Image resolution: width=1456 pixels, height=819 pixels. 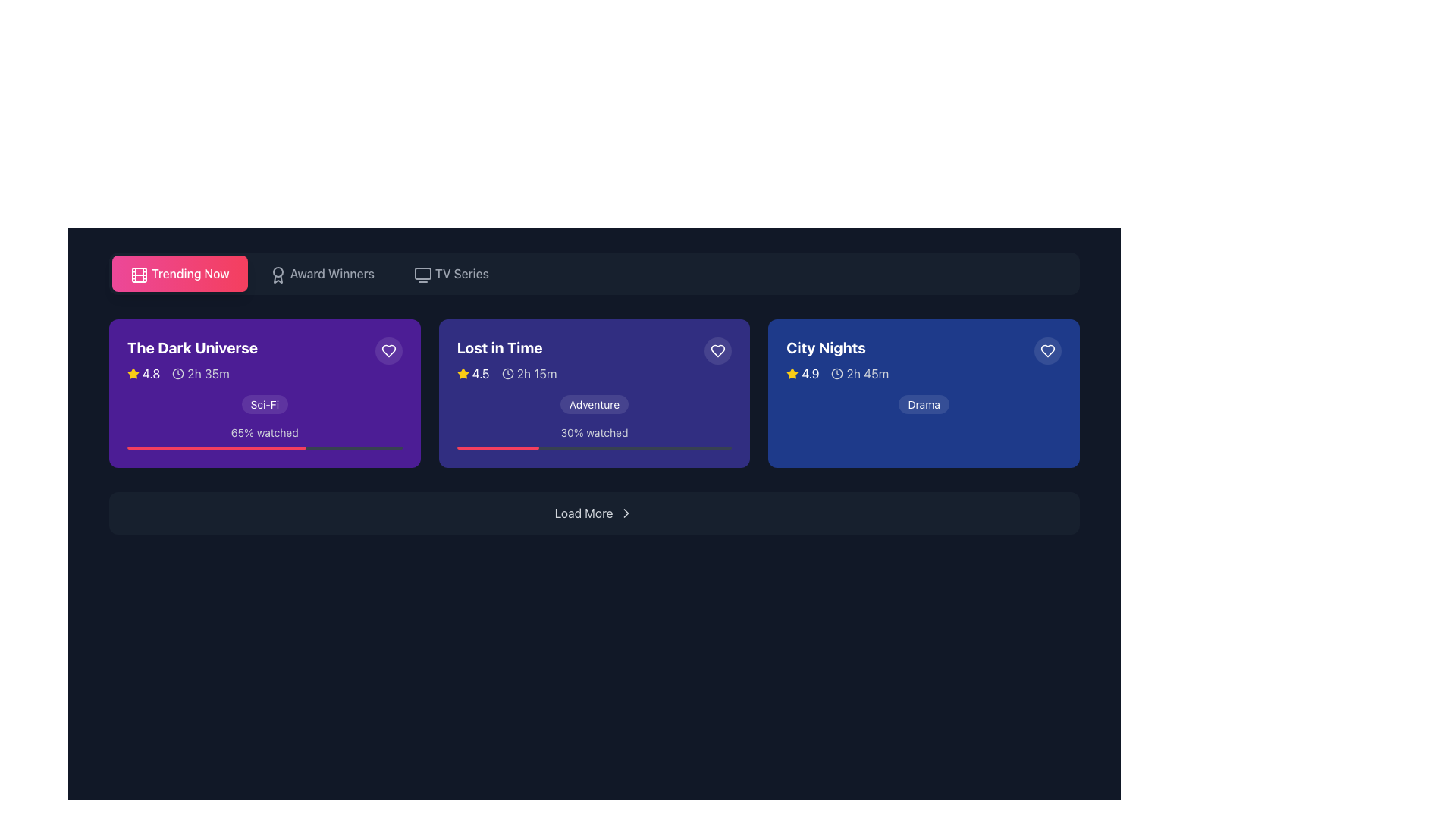 What do you see at coordinates (809, 374) in the screenshot?
I see `the rating text label for the movie 'City Nights', which is located to the right of the yellow star icon and above the duration text ('2h 45m'). This is the only rating text in the rightmost movie card` at bounding box center [809, 374].